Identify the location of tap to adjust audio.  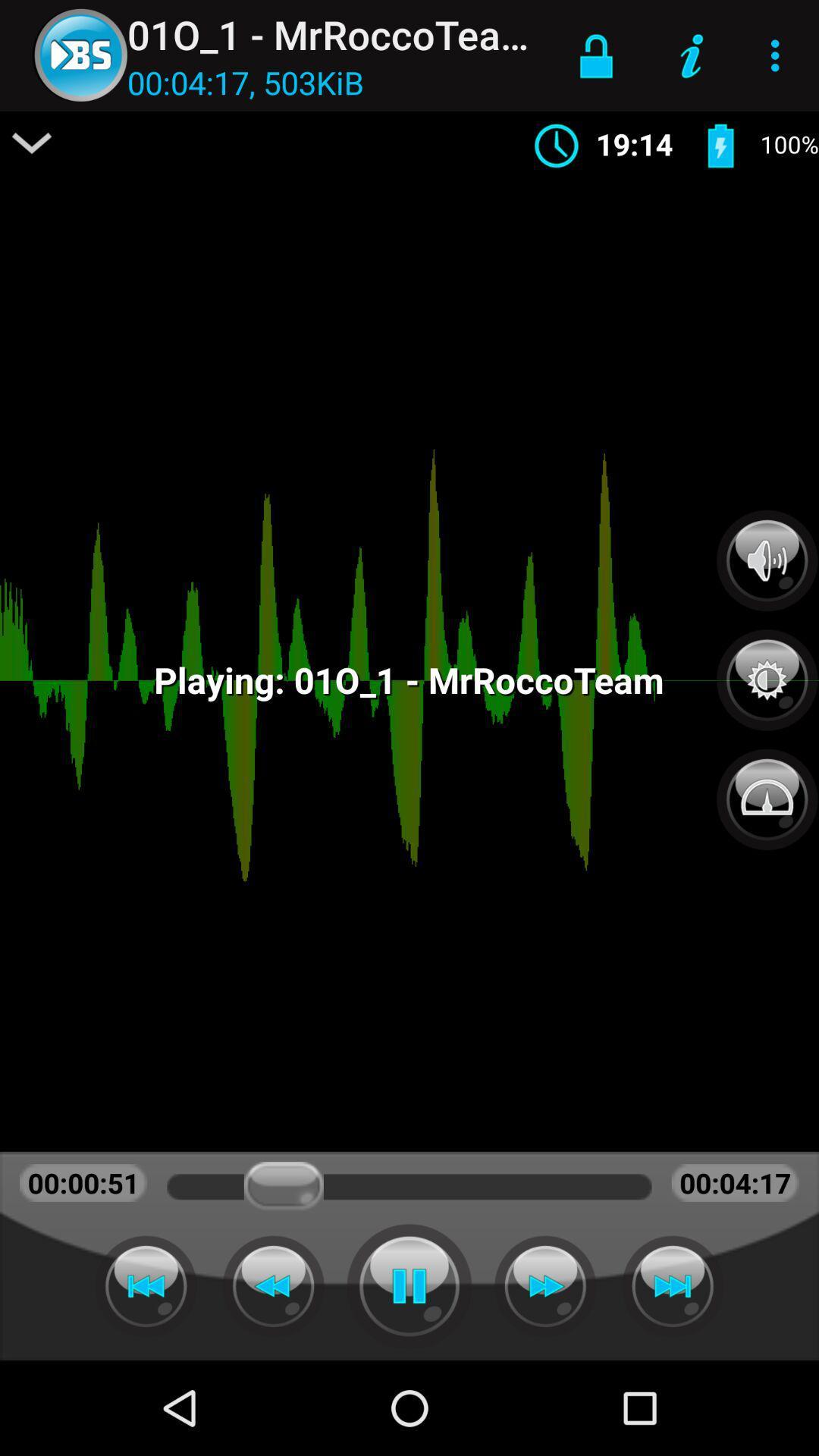
(767, 560).